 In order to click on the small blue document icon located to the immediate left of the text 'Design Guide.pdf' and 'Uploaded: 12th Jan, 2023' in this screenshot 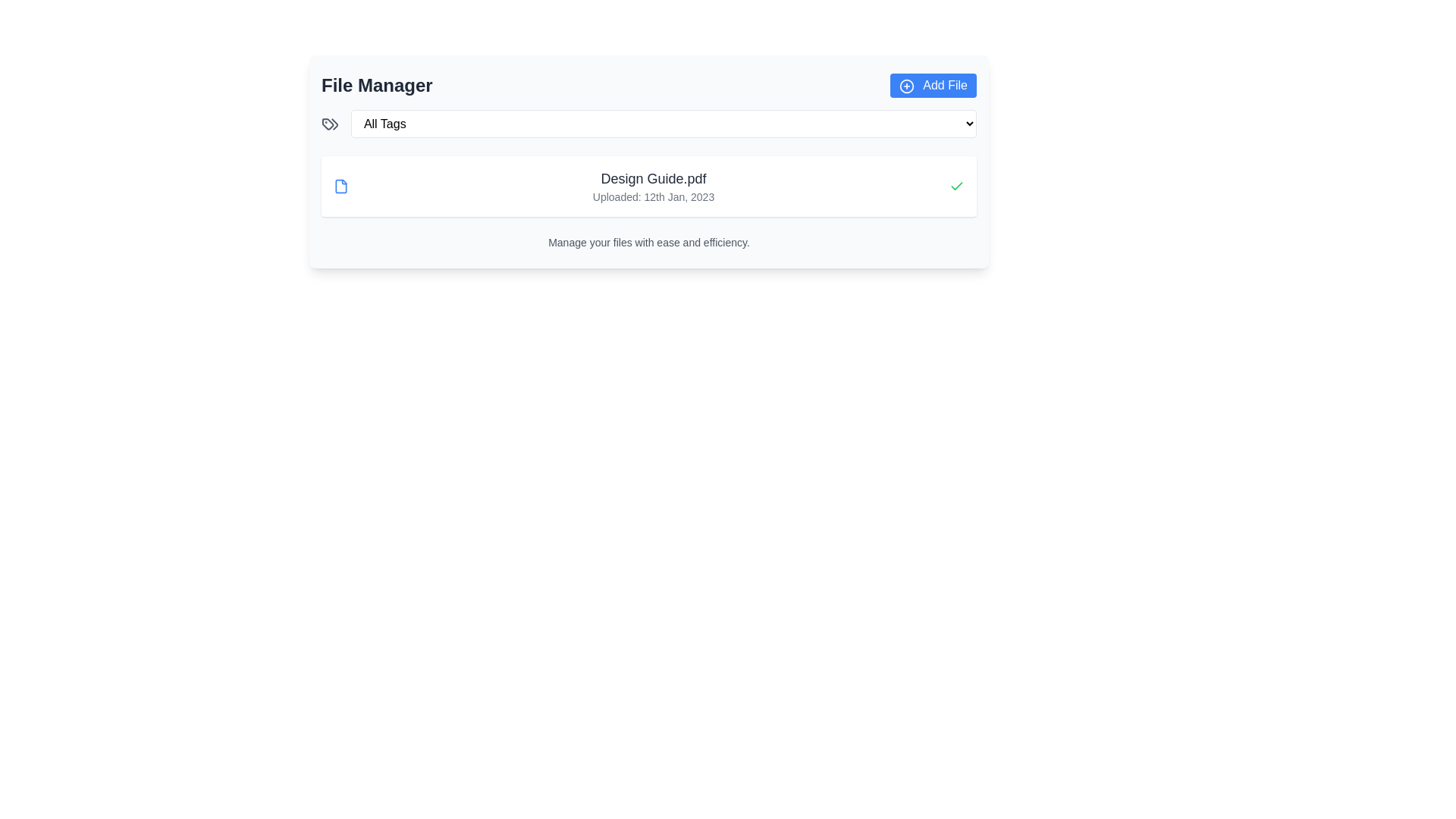, I will do `click(340, 186)`.